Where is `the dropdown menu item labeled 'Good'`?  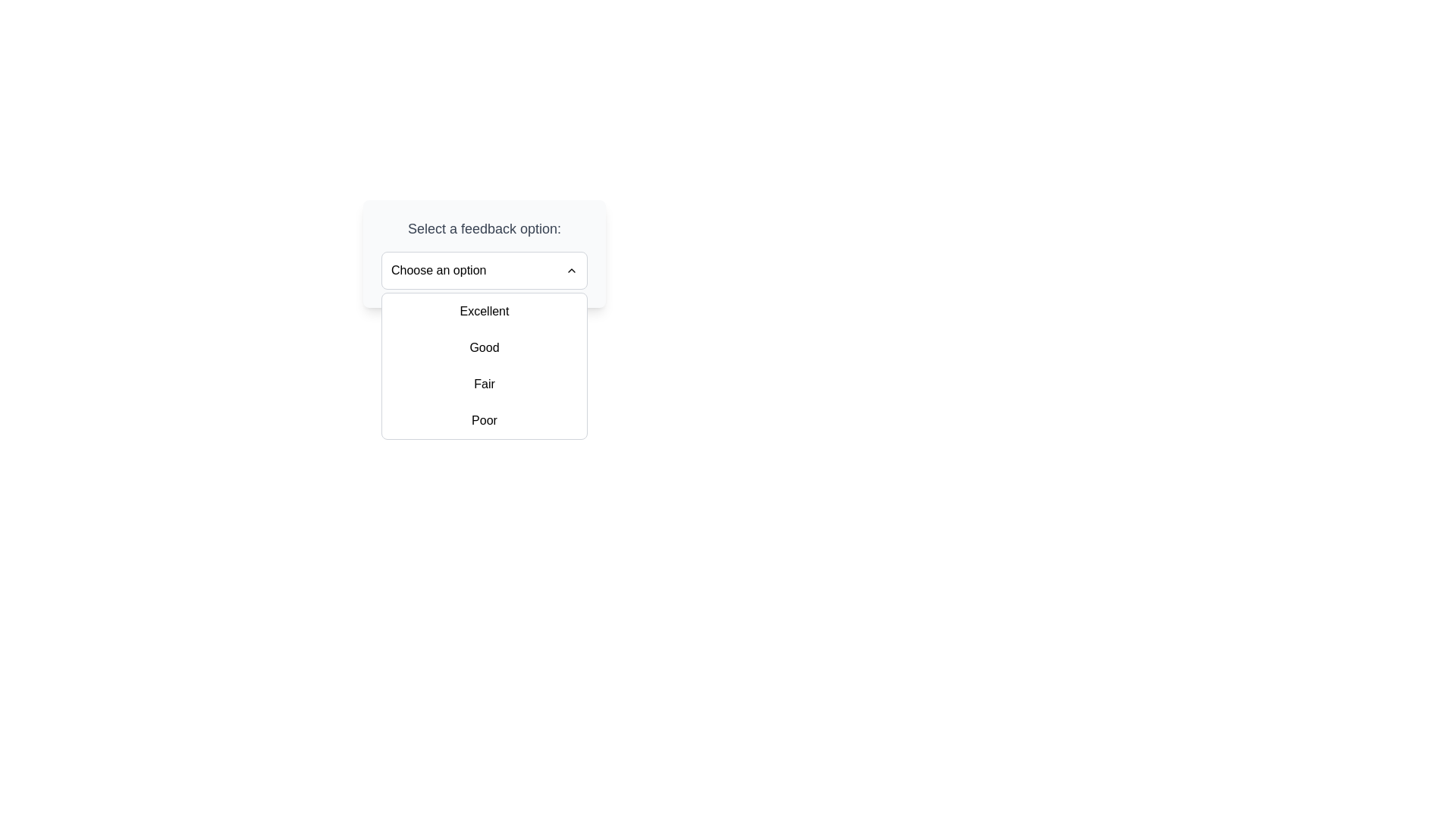
the dropdown menu item labeled 'Good' is located at coordinates (483, 348).